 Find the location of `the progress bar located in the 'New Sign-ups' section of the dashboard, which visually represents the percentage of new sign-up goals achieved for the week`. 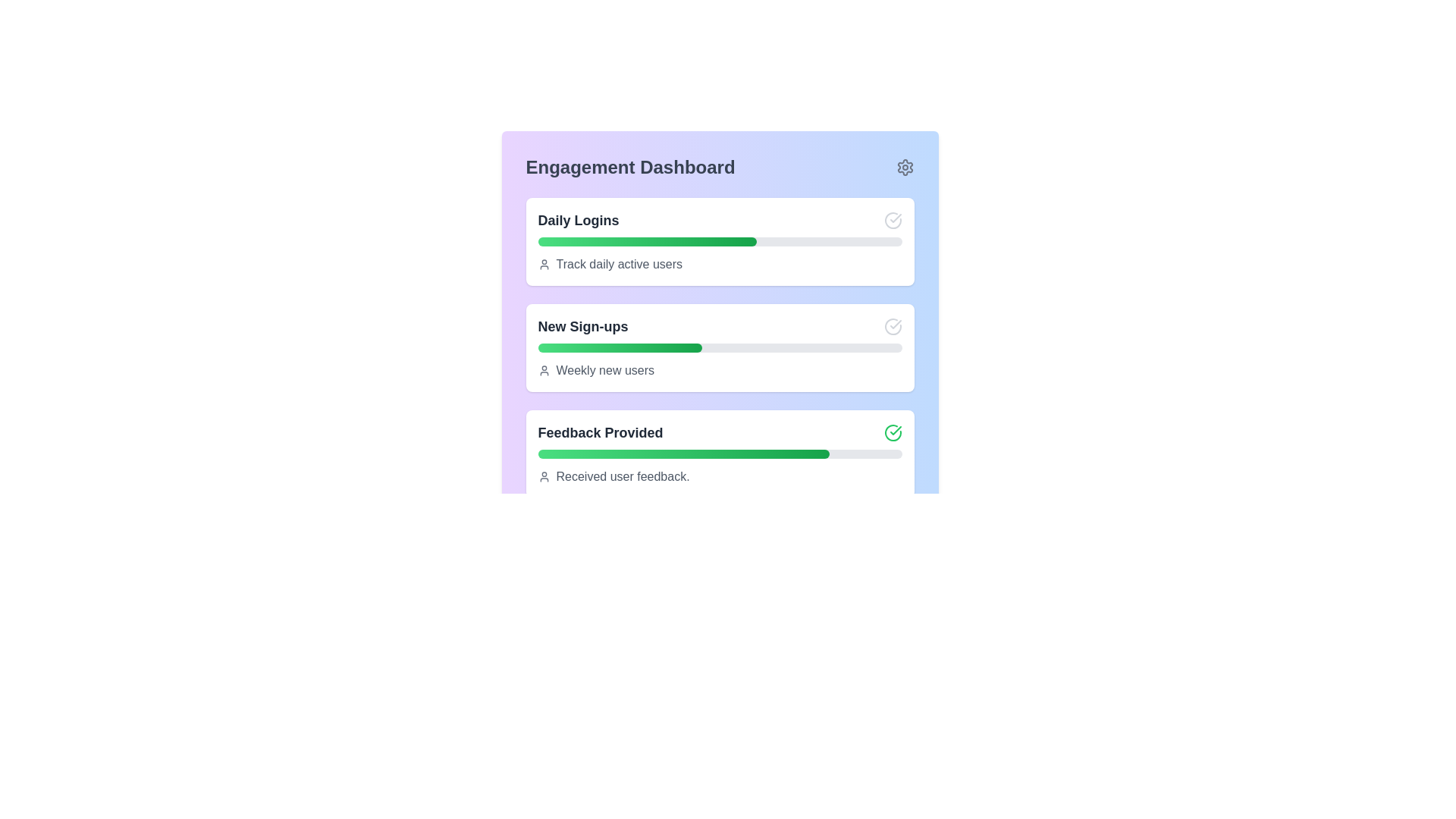

the progress bar located in the 'New Sign-ups' section of the dashboard, which visually represents the percentage of new sign-up goals achieved for the week is located at coordinates (719, 348).